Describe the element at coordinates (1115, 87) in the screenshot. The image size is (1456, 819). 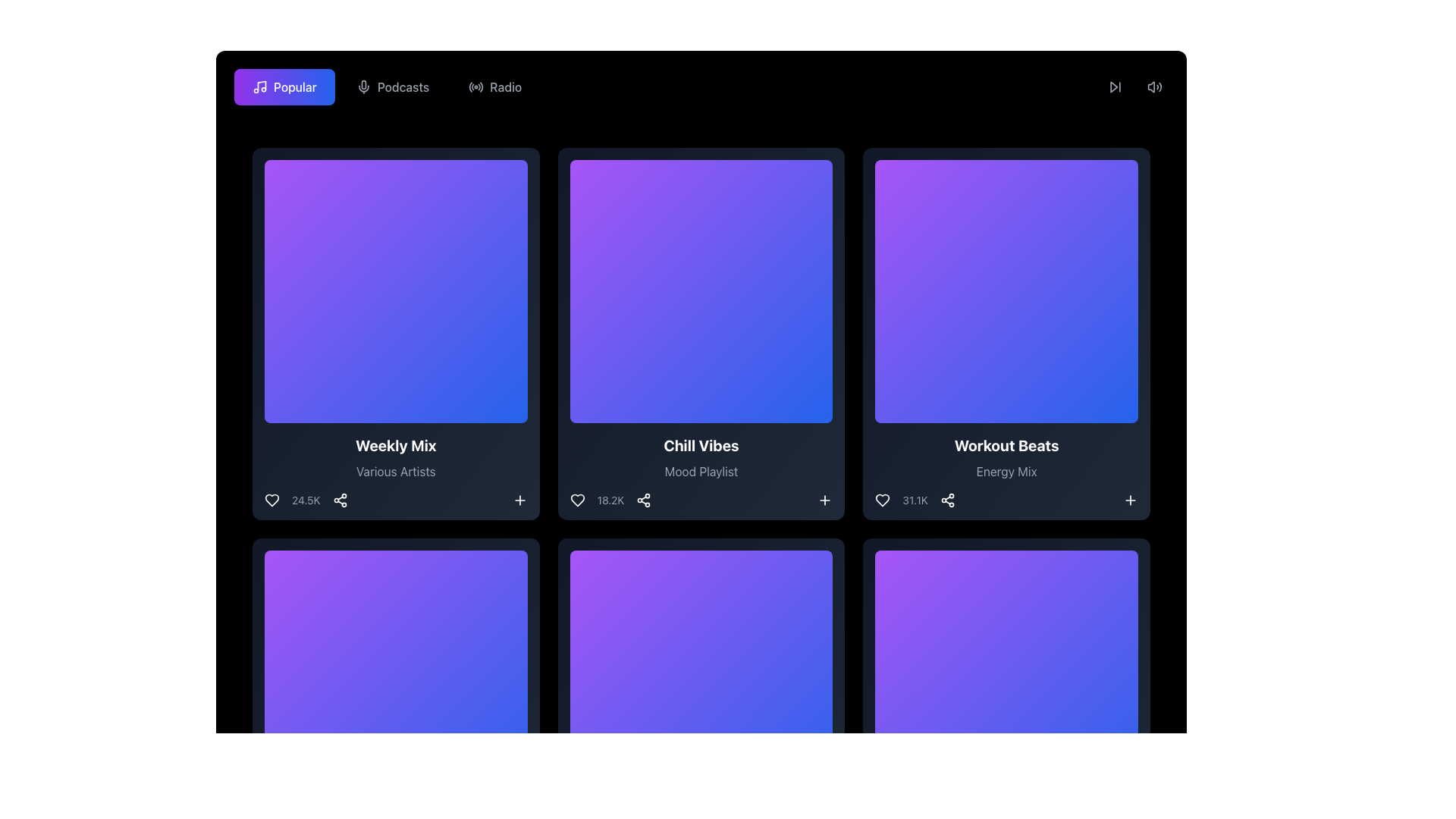
I see `the skip button icon located in the upper-right corner of the interface` at that location.